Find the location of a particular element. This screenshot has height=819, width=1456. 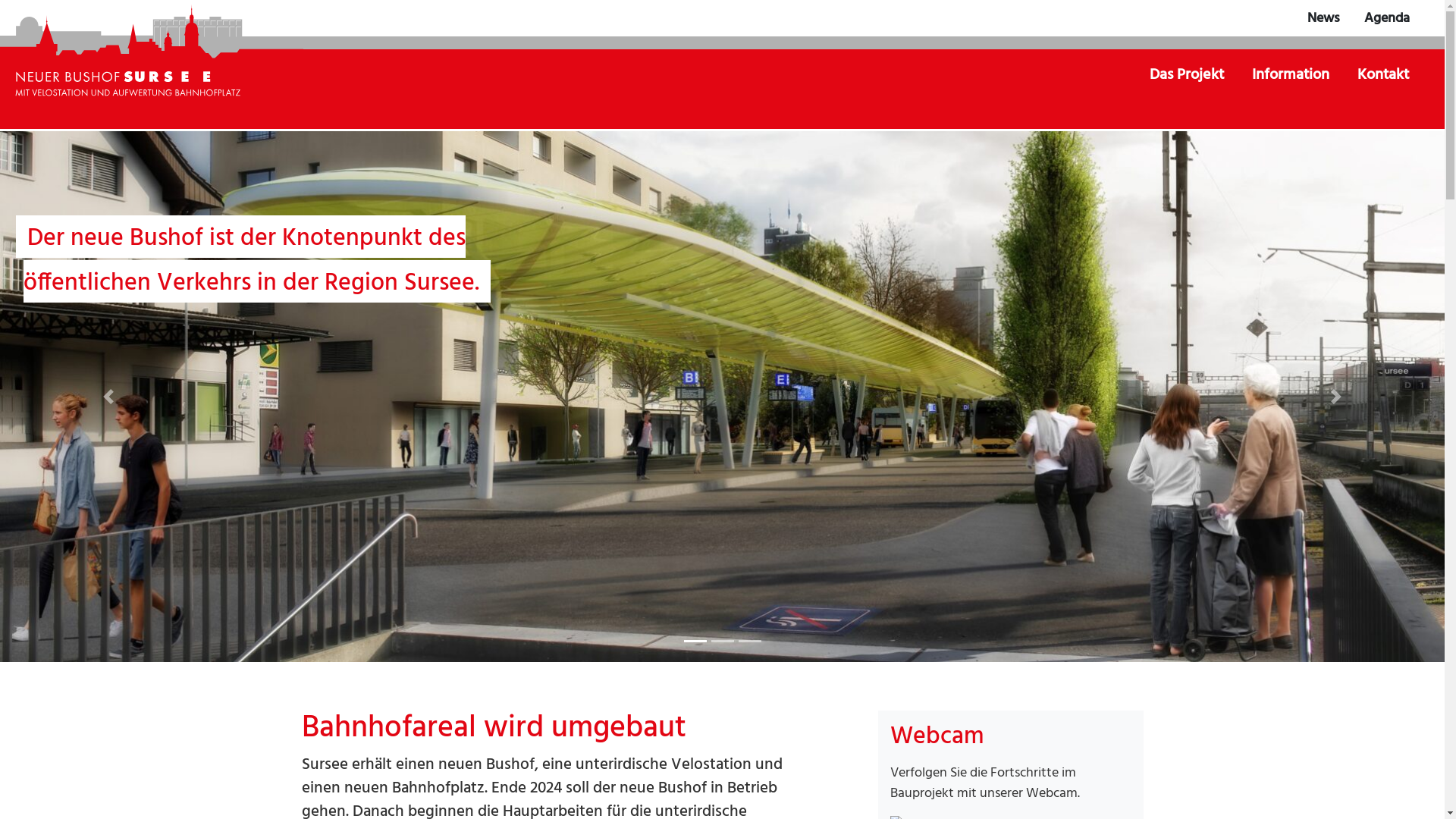

'Agenda' is located at coordinates (1386, 18).